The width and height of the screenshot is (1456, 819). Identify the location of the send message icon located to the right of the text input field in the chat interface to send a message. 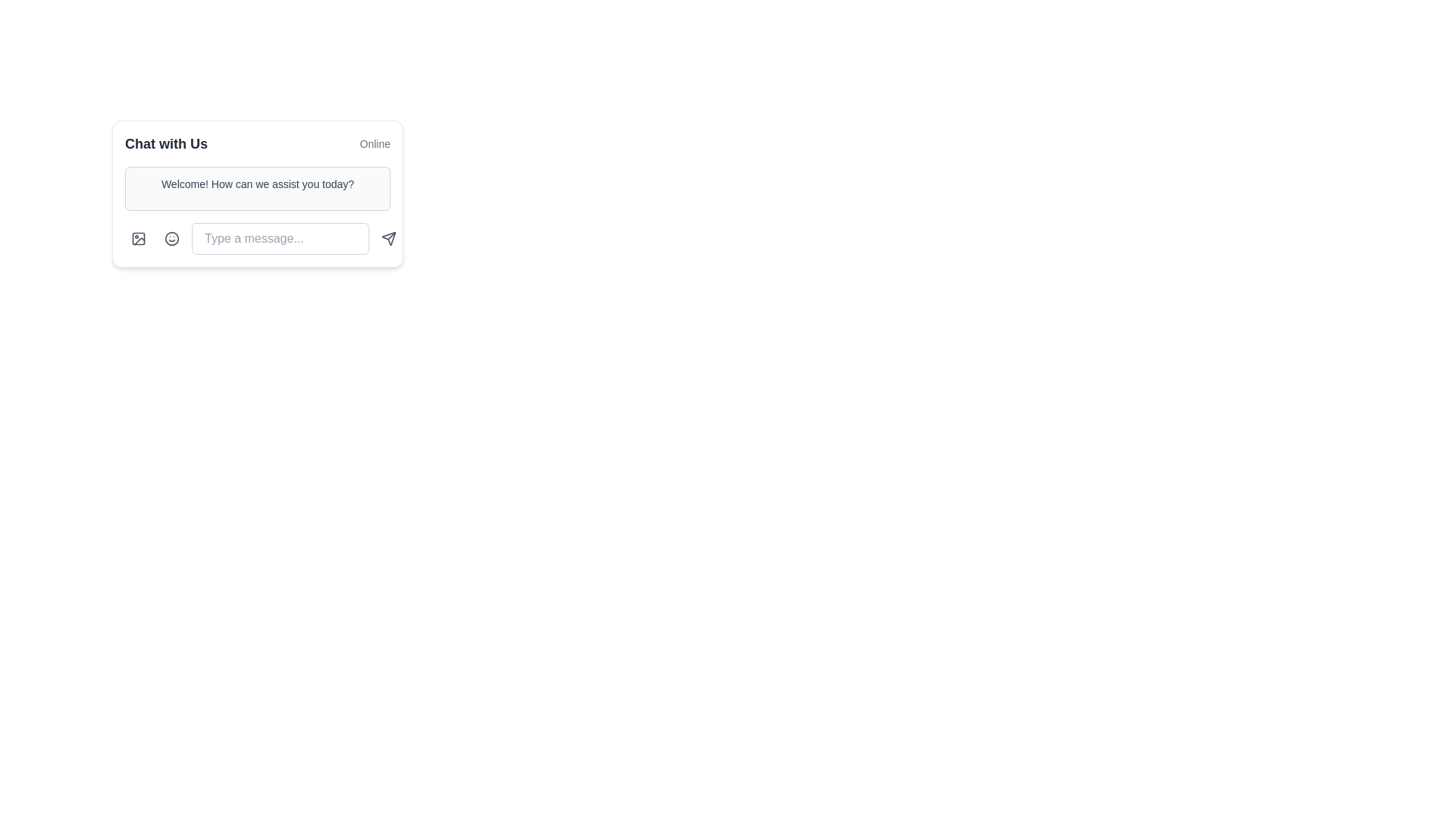
(389, 239).